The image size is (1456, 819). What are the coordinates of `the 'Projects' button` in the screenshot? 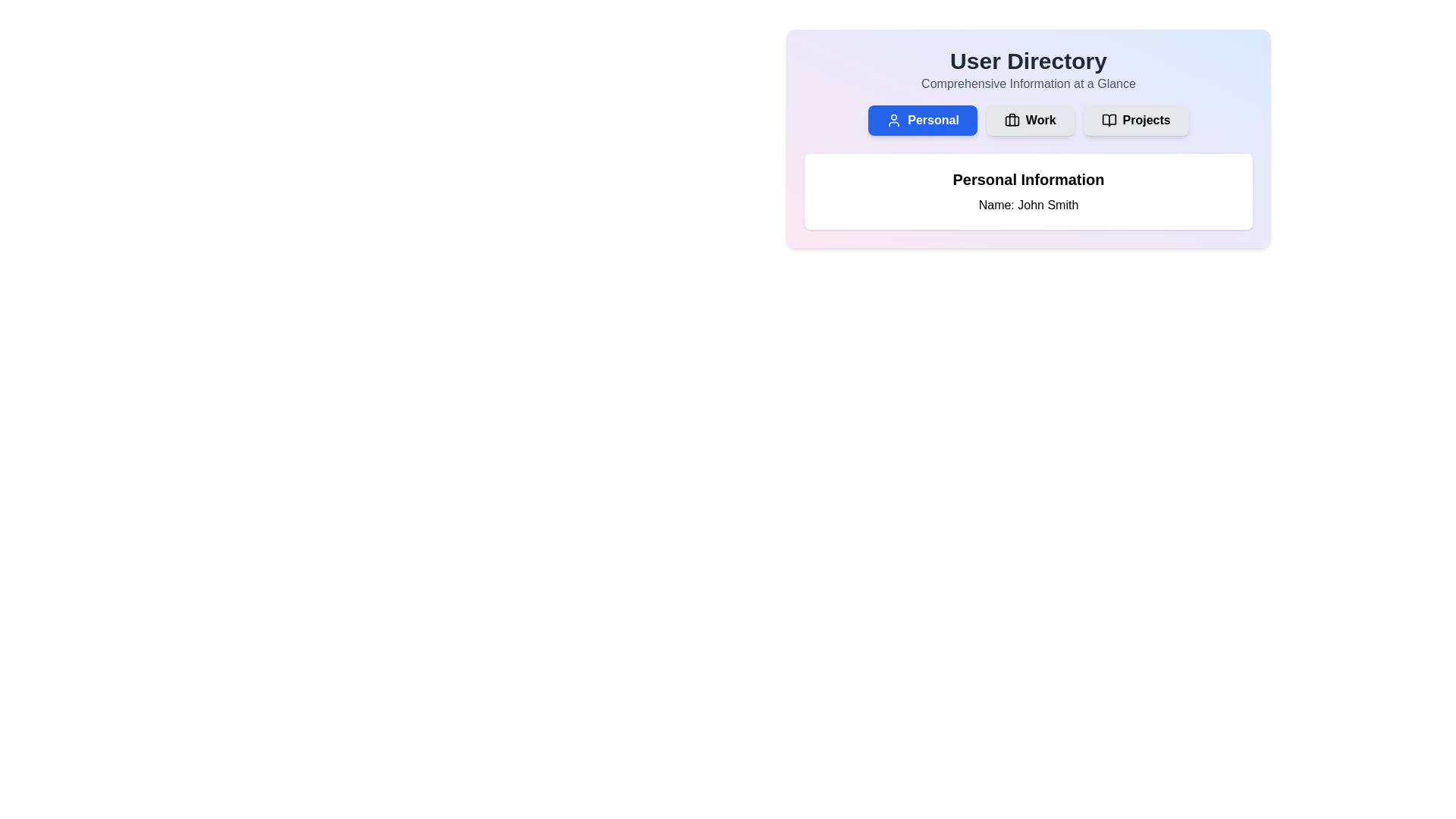 It's located at (1136, 119).